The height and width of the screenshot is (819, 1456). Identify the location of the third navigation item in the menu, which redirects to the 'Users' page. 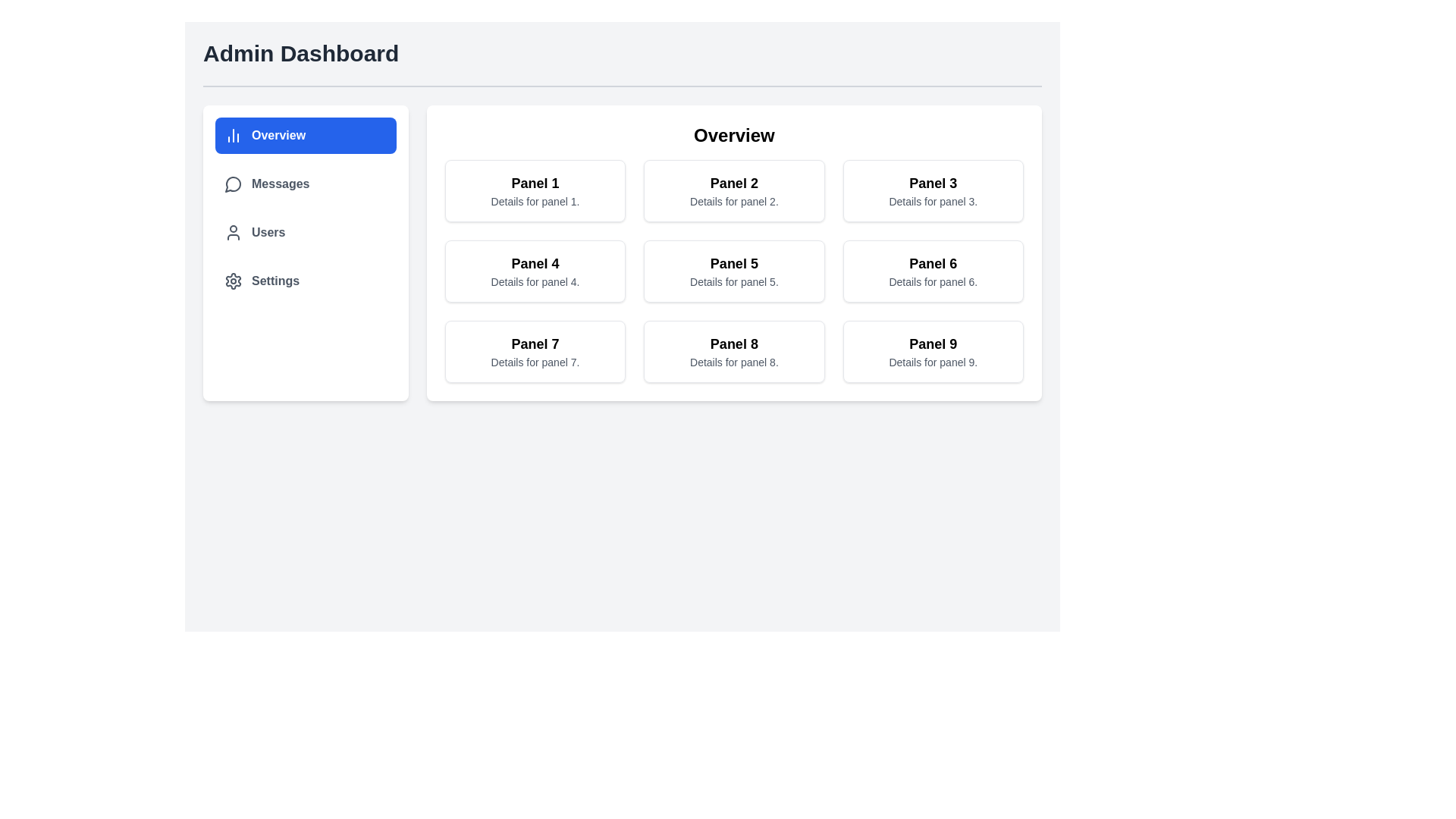
(305, 233).